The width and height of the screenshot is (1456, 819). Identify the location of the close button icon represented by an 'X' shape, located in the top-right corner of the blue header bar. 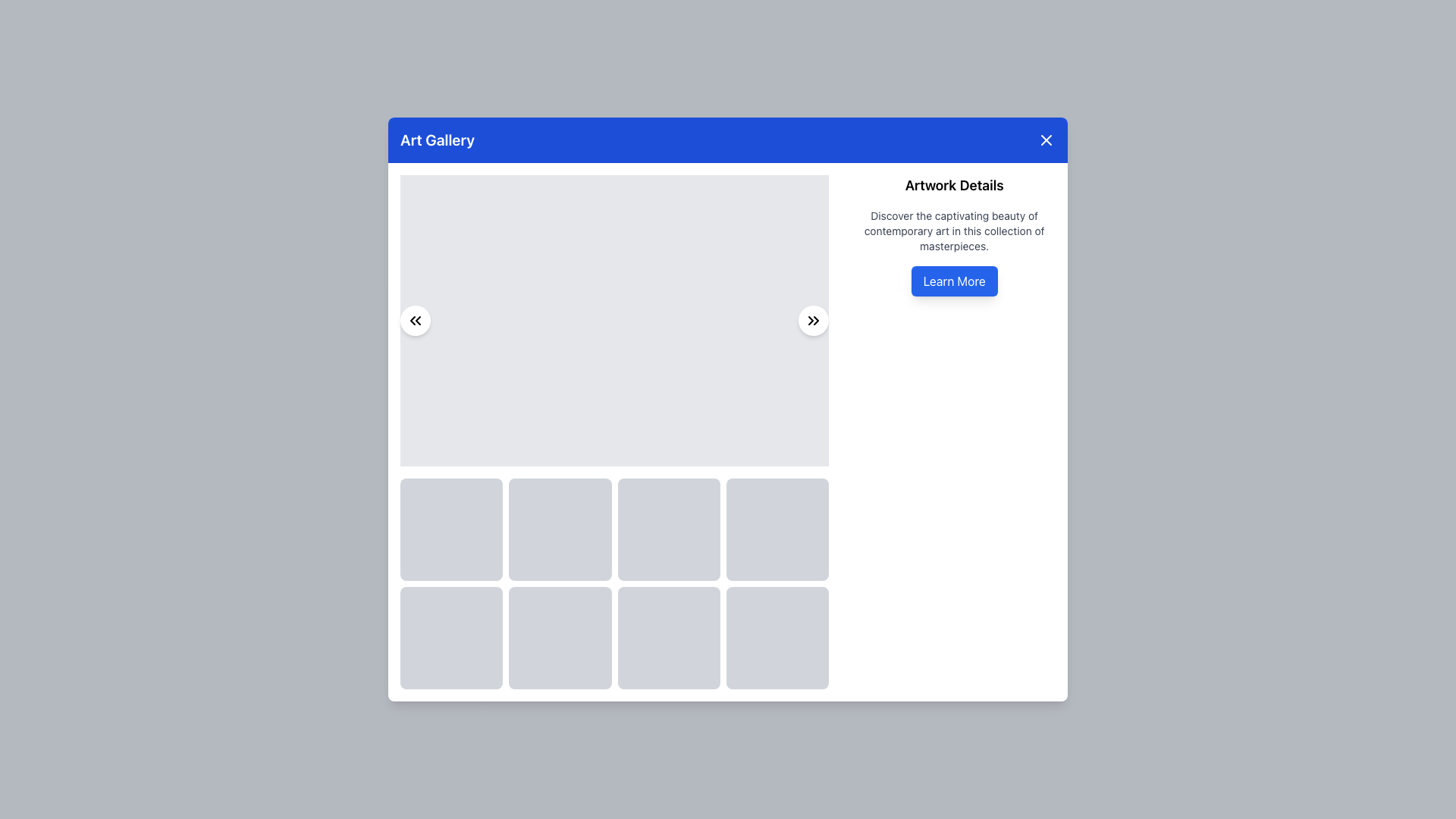
(1046, 140).